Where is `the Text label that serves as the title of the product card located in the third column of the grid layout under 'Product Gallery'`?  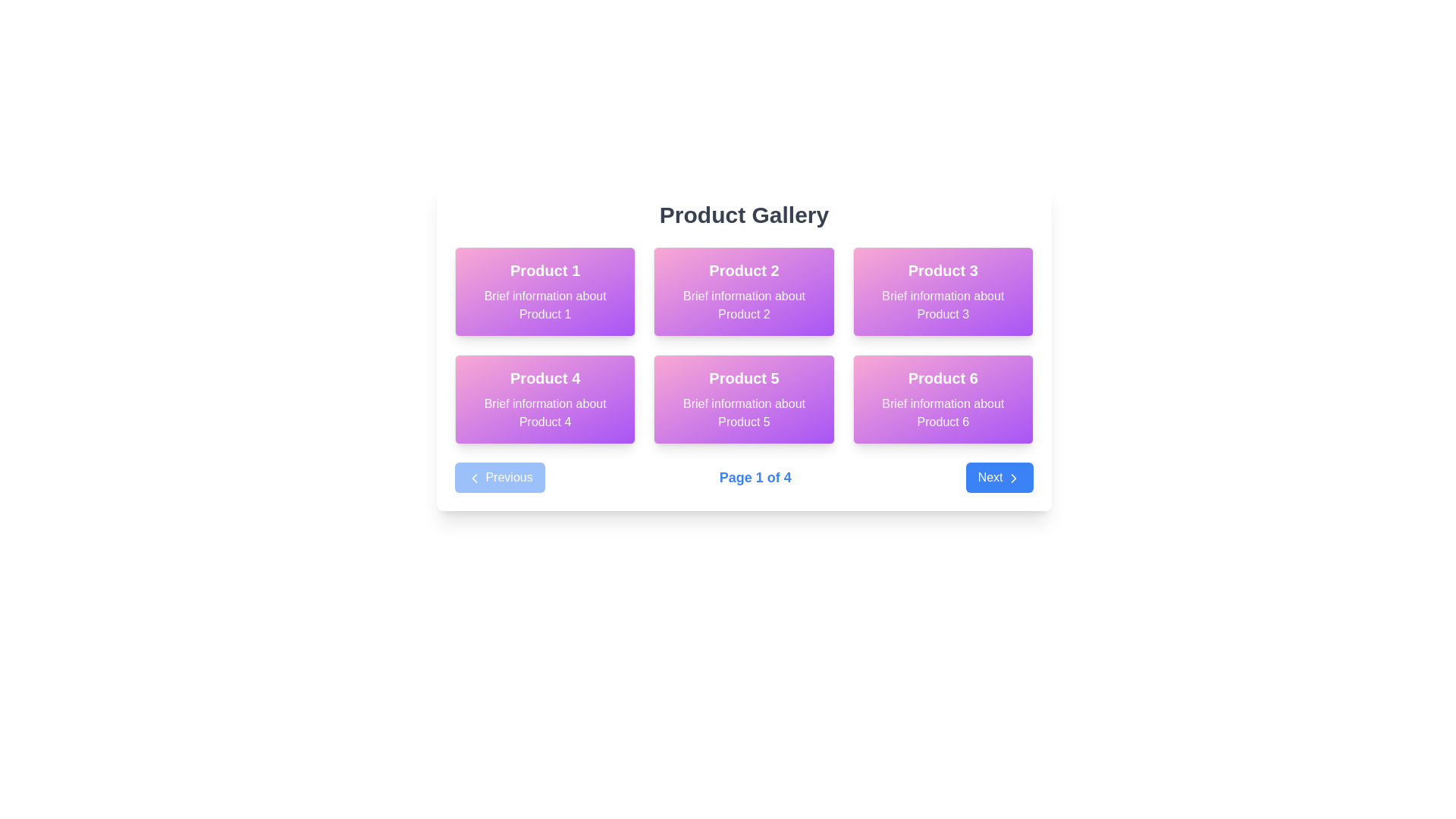
the Text label that serves as the title of the product card located in the third column of the grid layout under 'Product Gallery' is located at coordinates (942, 270).